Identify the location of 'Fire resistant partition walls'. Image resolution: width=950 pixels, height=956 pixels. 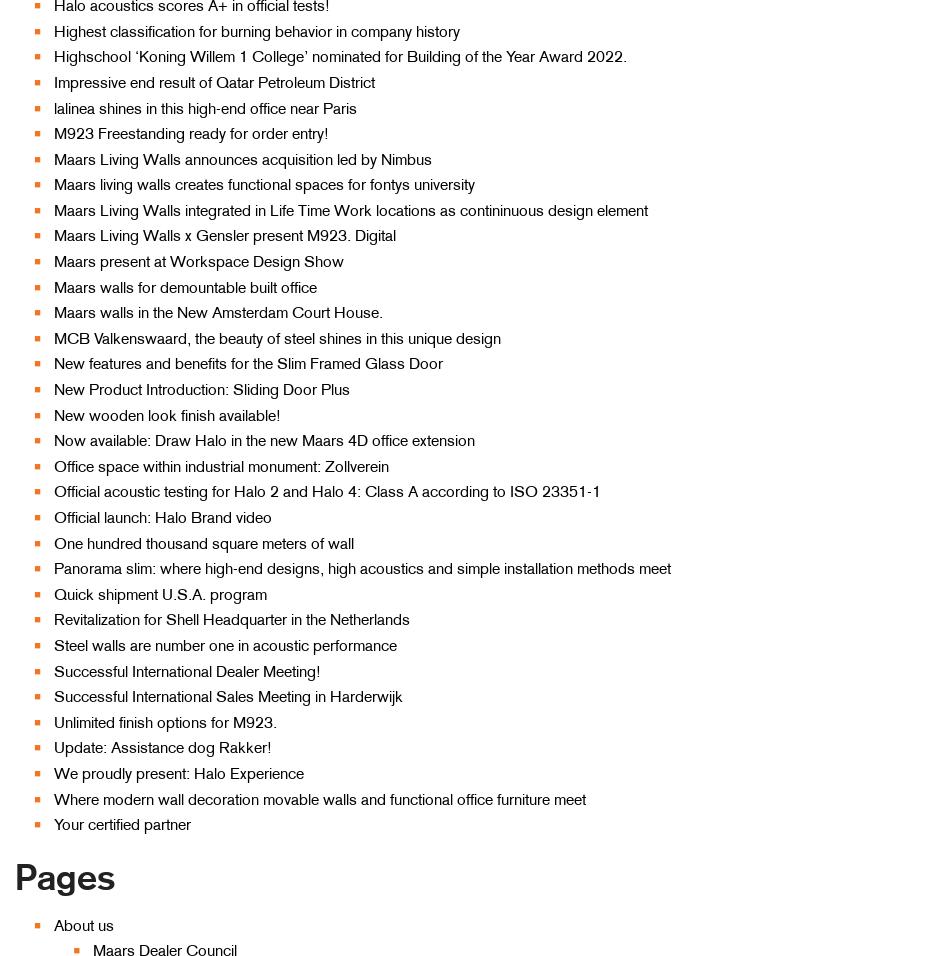
(95, 701).